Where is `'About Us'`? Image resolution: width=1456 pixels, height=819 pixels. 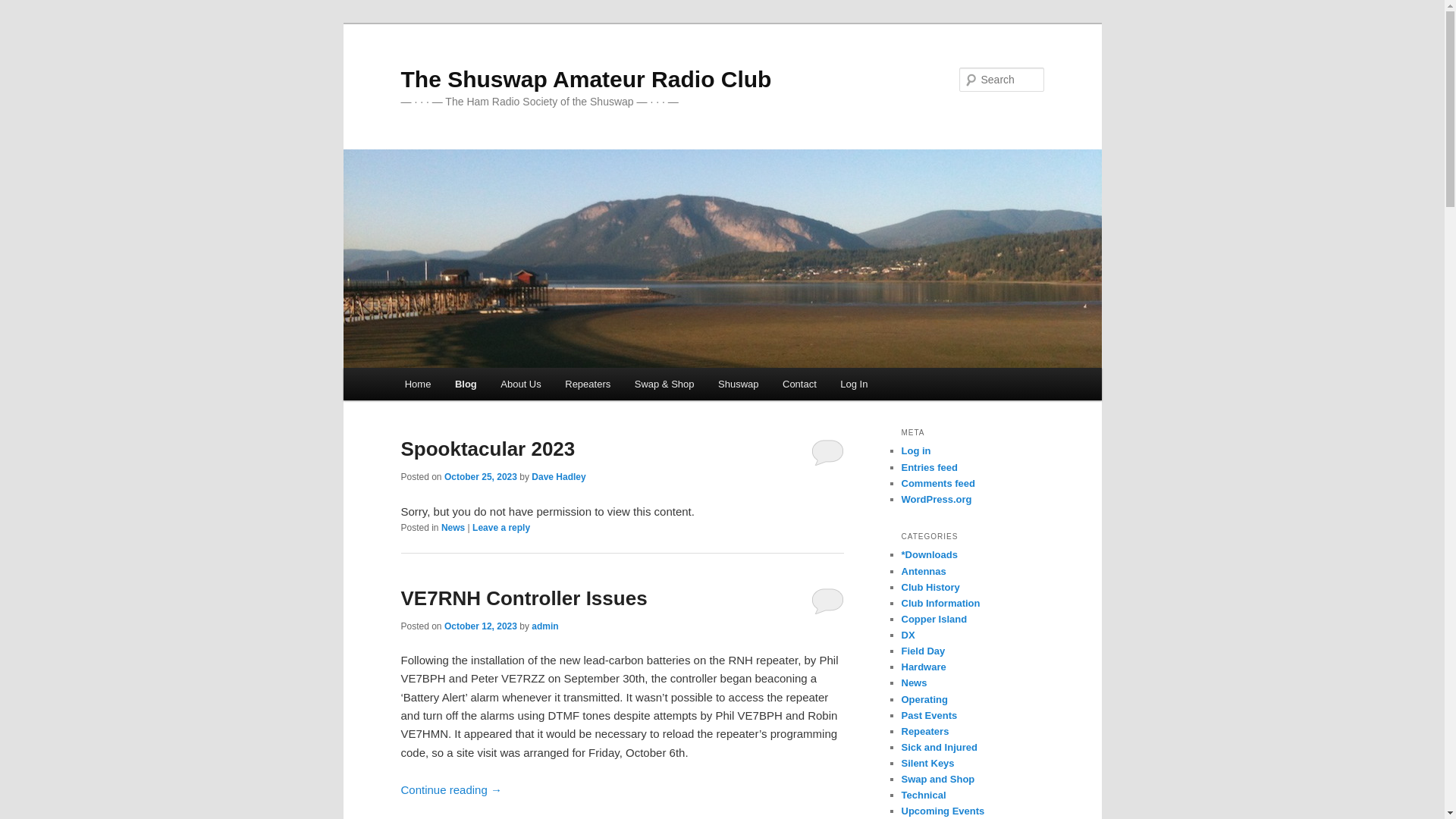 'About Us' is located at coordinates (521, 383).